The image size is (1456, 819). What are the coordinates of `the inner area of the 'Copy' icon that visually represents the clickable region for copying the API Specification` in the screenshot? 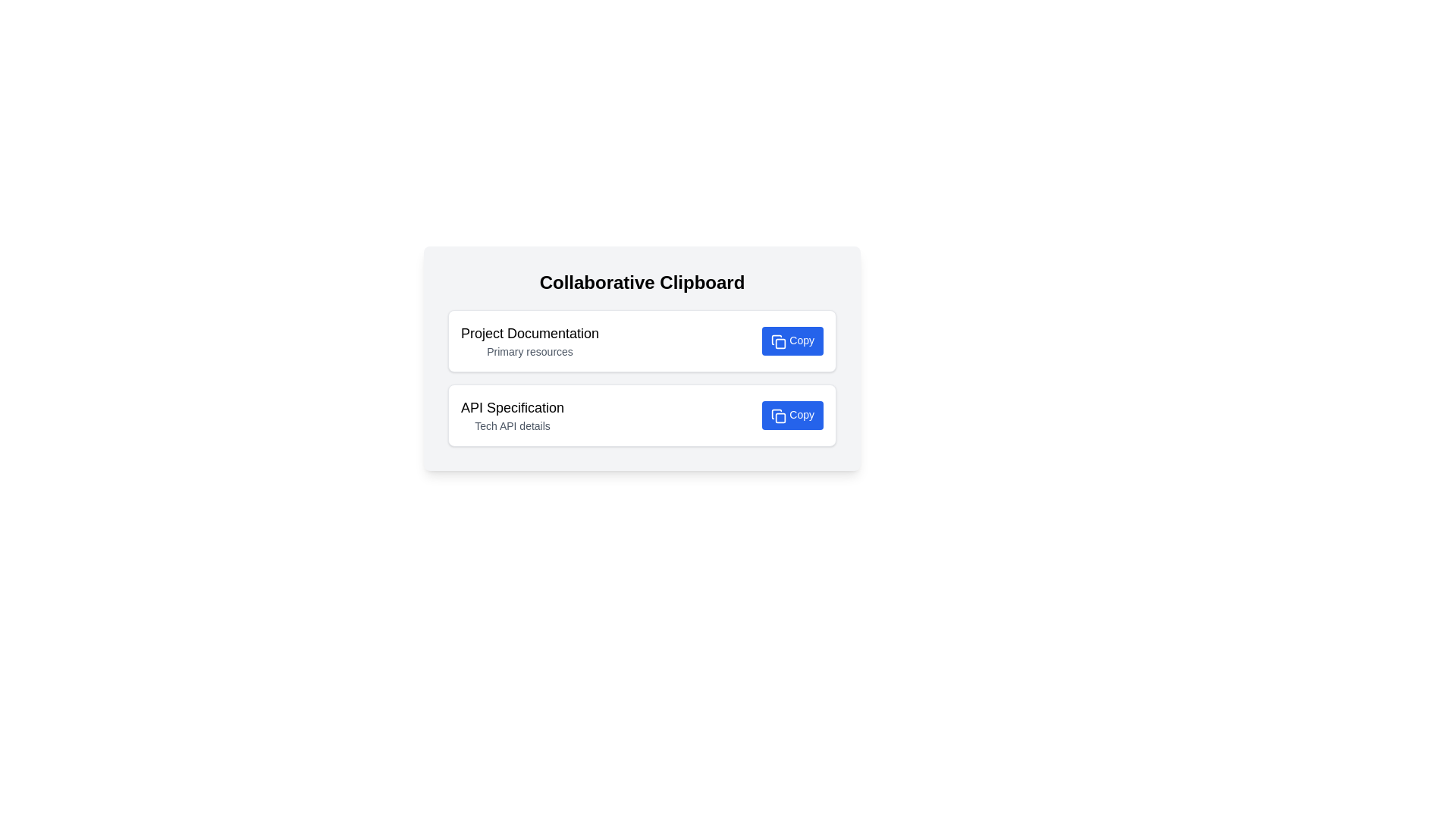 It's located at (780, 418).